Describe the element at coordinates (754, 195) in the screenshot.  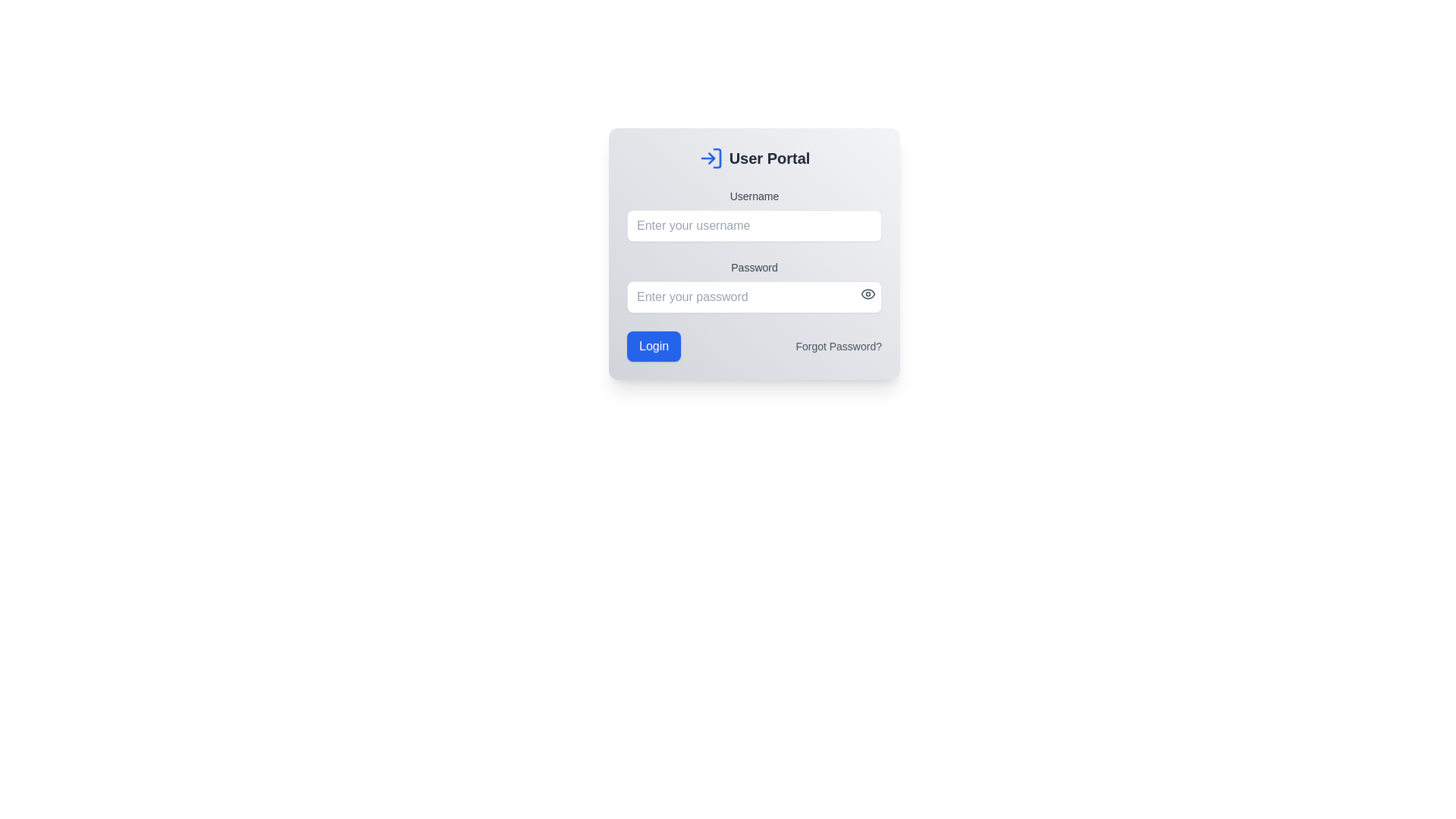
I see `the label that provides context for the username input field, which is centrally aligned above the input field with the placeholder 'Enter your username'` at that location.